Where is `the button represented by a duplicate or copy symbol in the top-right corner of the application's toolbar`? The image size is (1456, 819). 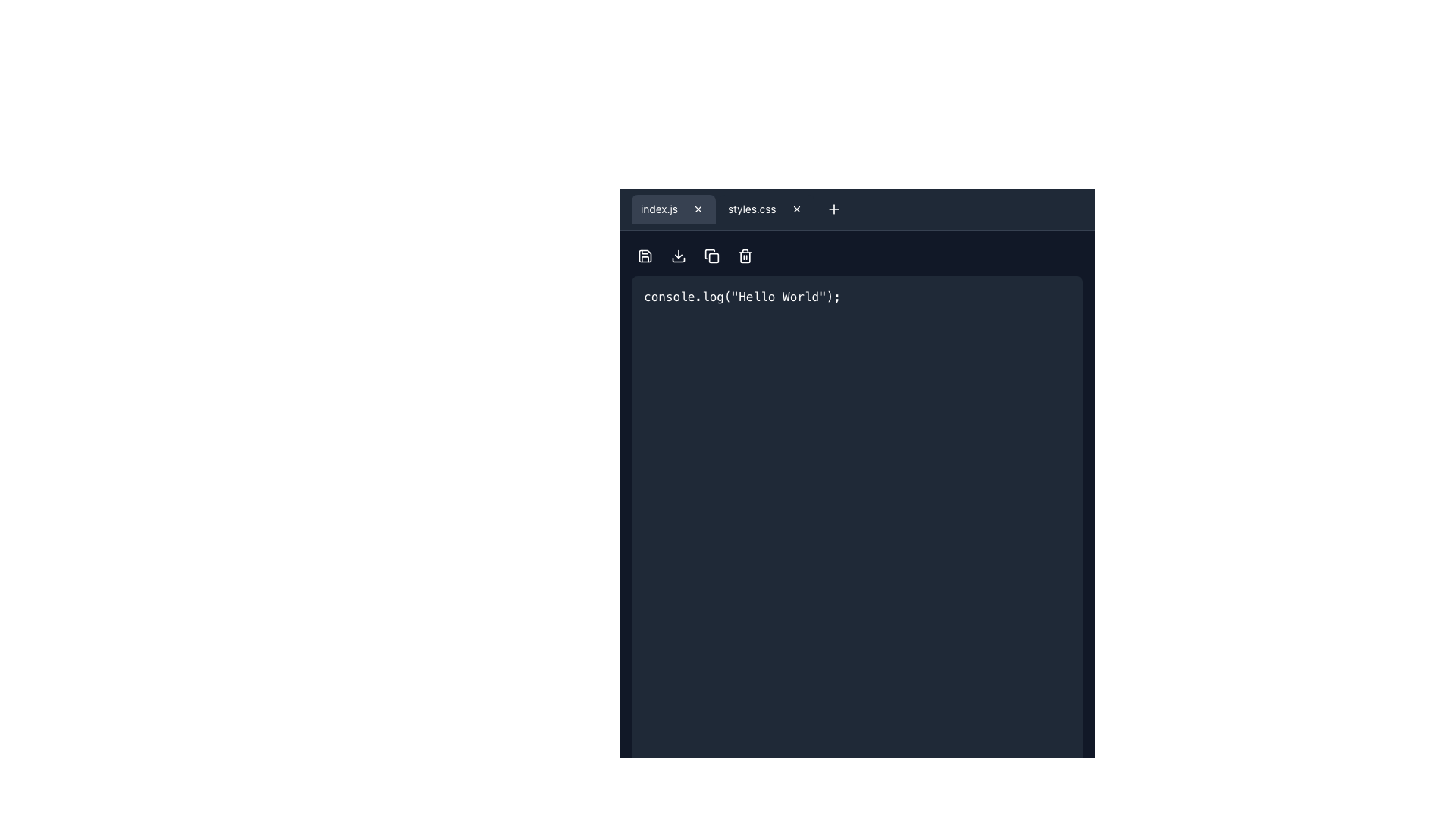
the button represented by a duplicate or copy symbol in the top-right corner of the application's toolbar is located at coordinates (711, 256).